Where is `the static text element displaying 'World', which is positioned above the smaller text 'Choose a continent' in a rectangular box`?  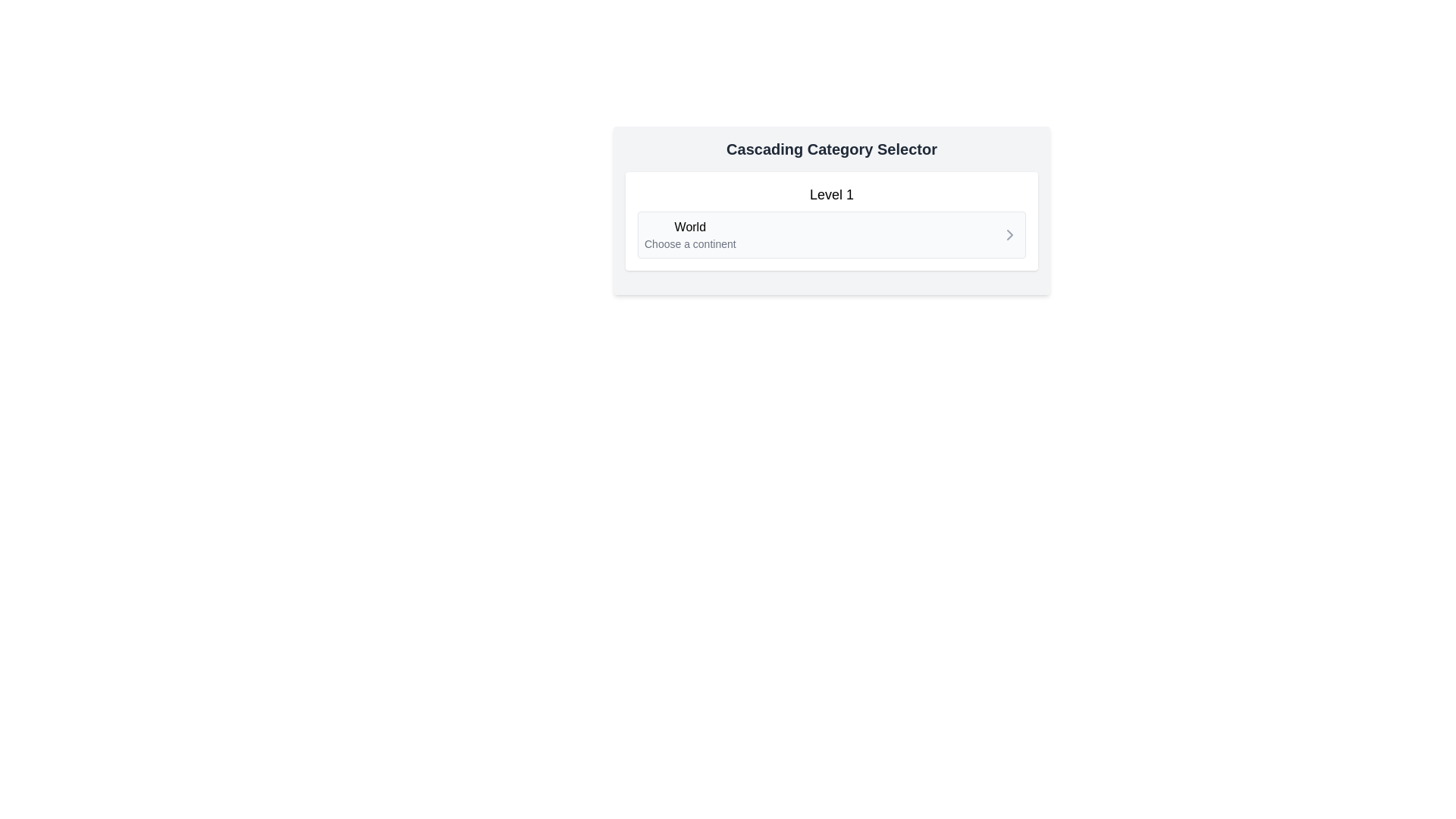
the static text element displaying 'World', which is positioned above the smaller text 'Choose a continent' in a rectangular box is located at coordinates (689, 227).